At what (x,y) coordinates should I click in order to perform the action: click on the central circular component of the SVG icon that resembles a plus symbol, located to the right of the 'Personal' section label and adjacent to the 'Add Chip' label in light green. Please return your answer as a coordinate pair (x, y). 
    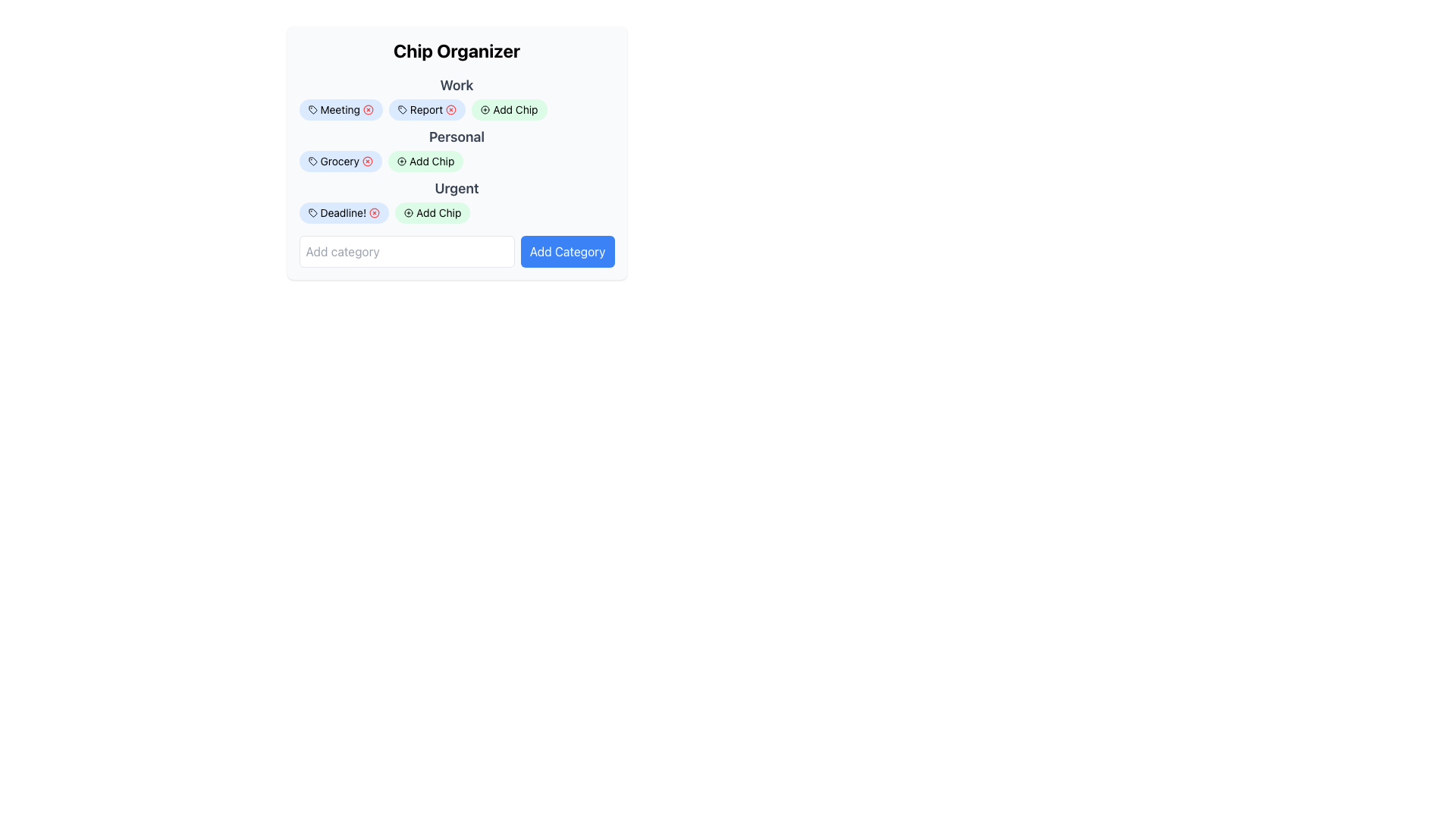
    Looking at the image, I should click on (402, 161).